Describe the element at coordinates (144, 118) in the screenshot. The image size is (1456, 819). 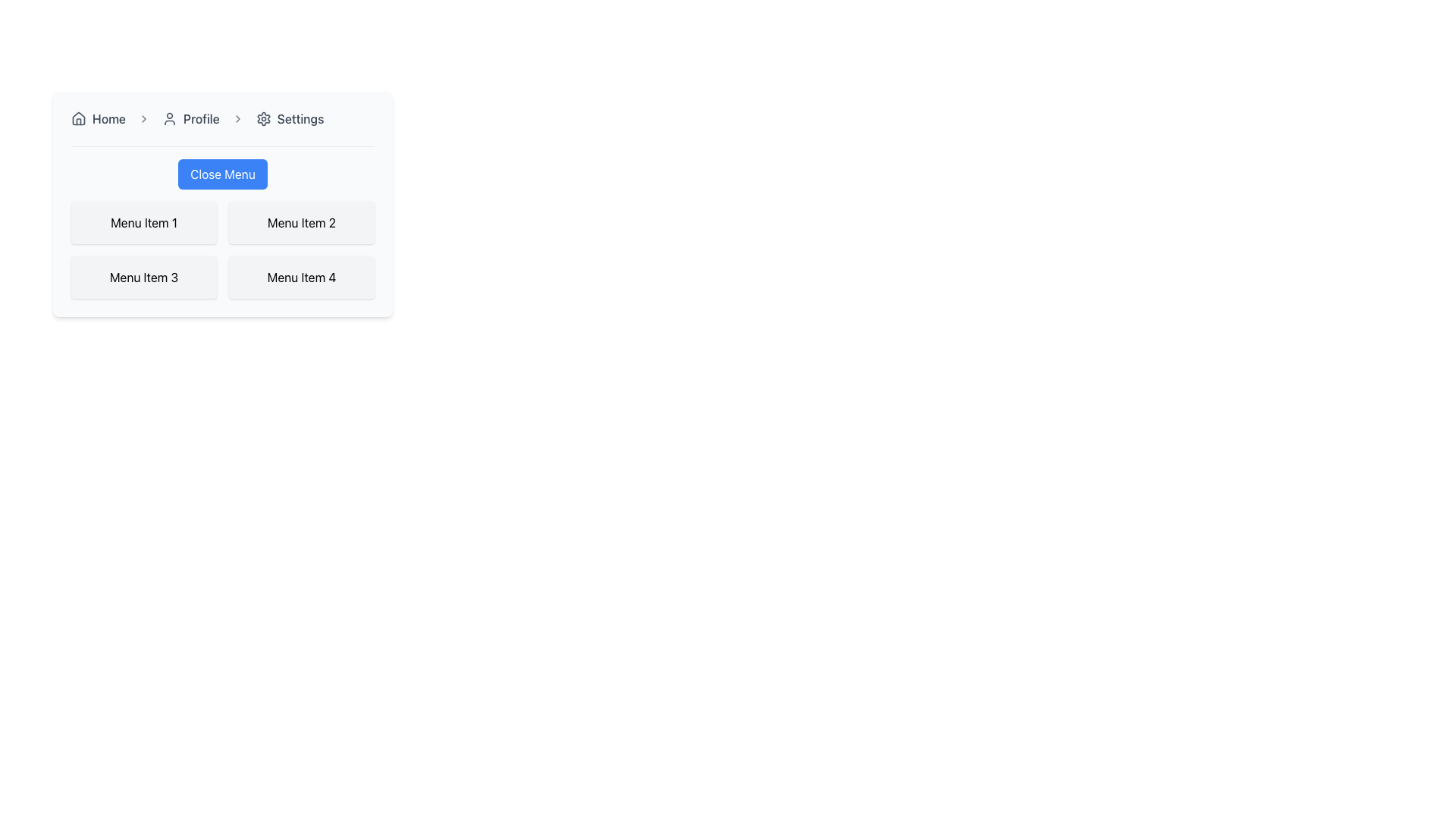
I see `the right-facing arrow icon in the breadcrumb navigation bar that separates 'Home' and 'Profile' segments` at that location.